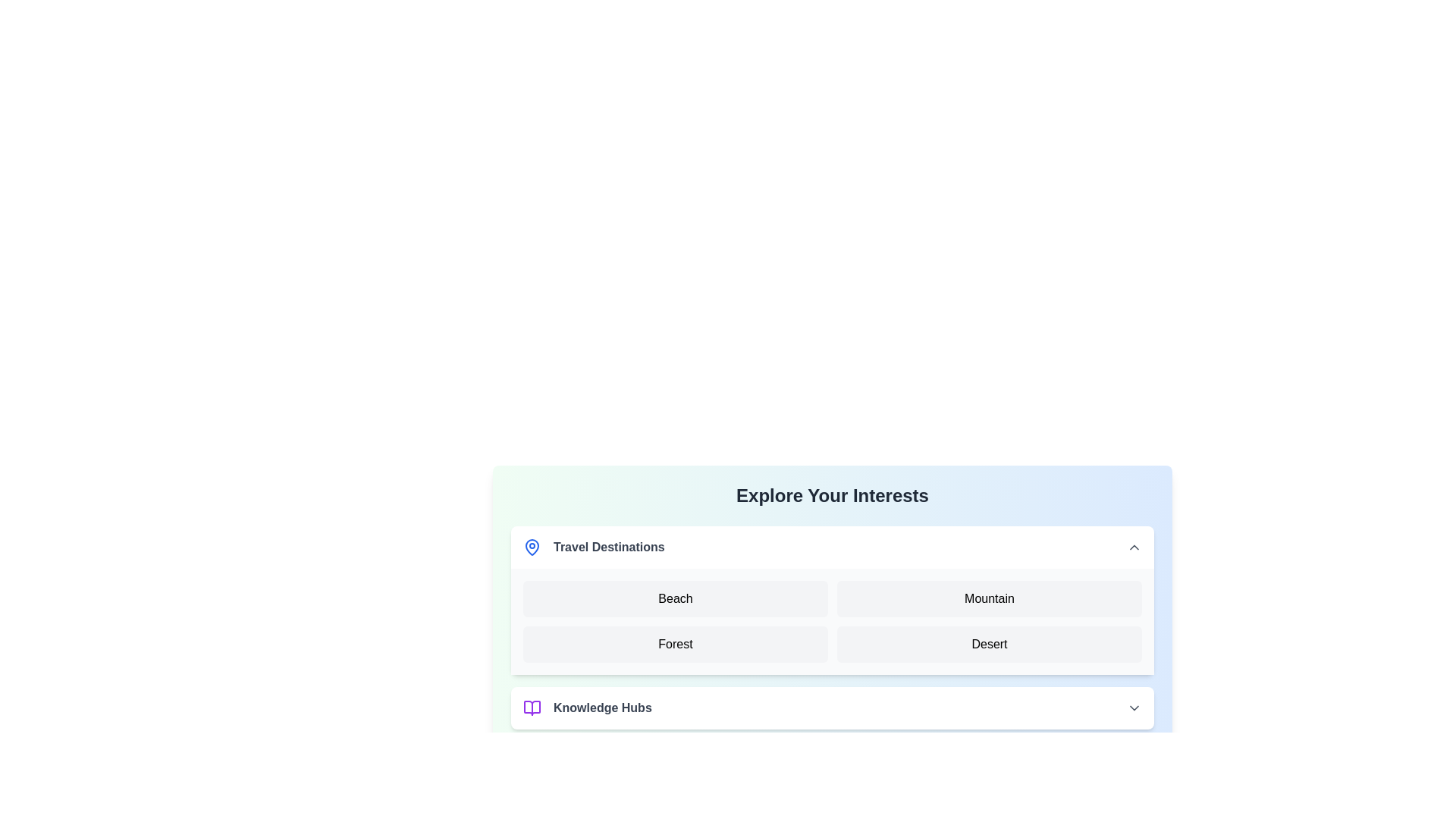  What do you see at coordinates (532, 708) in the screenshot?
I see `the interactive icon resembling an open book, styled in purple, located to the left of the 'Knowledge Hubs' text in the 'Explore Your Interests' section` at bounding box center [532, 708].